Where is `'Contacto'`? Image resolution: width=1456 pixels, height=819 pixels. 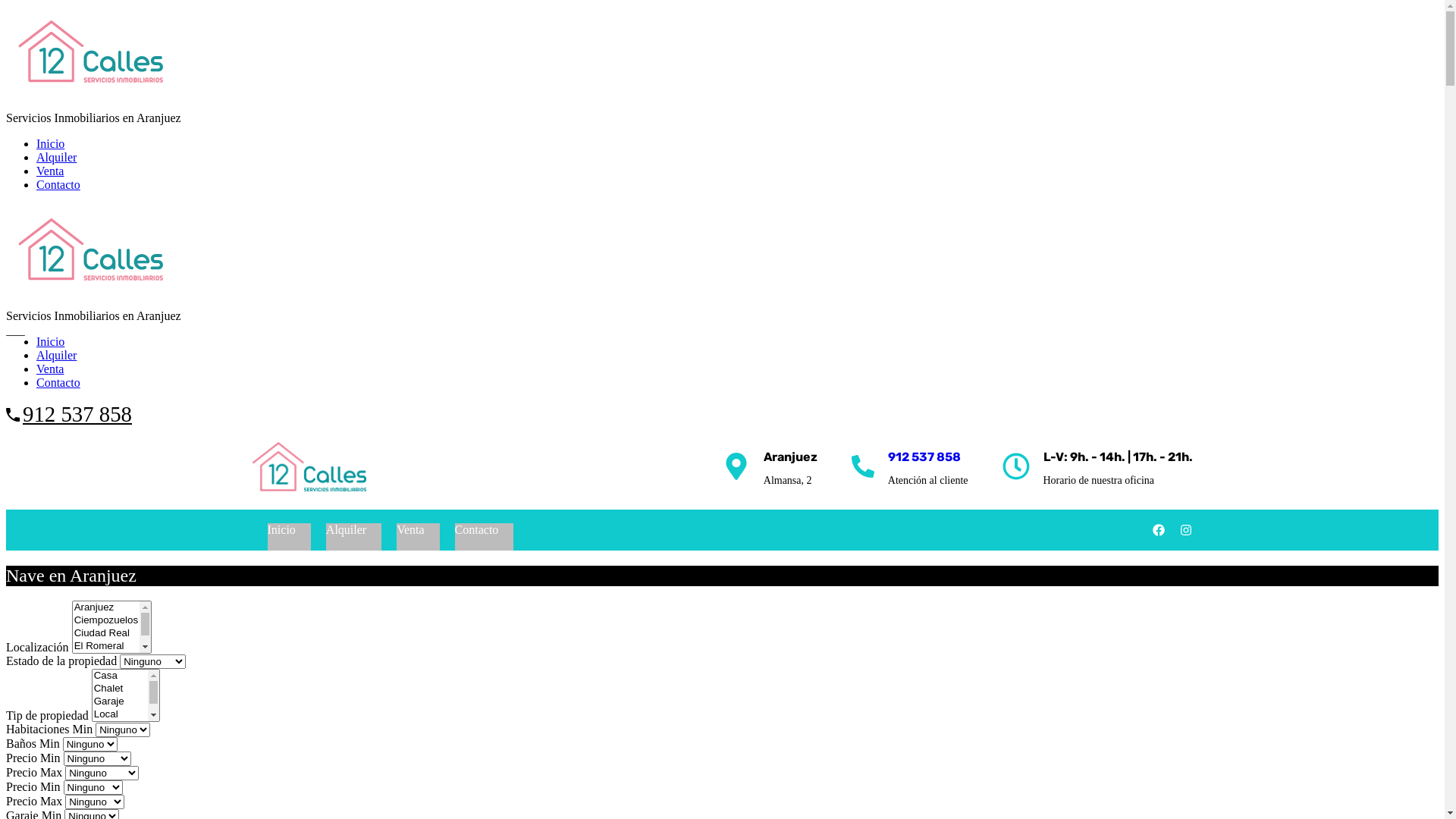 'Contacto' is located at coordinates (58, 381).